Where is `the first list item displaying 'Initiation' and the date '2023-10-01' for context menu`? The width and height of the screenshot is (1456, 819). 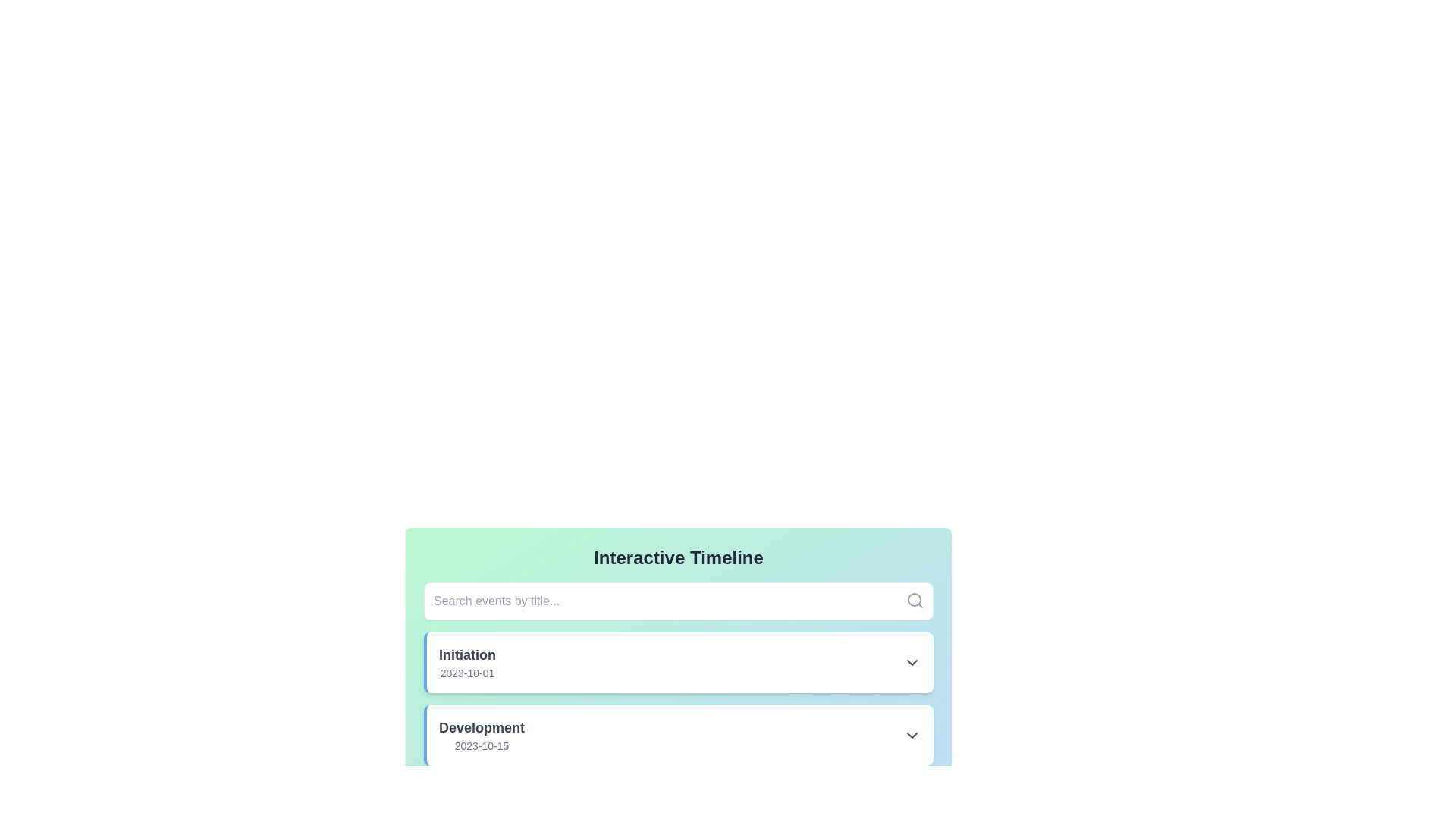 the first list item displaying 'Initiation' and the date '2023-10-01' for context menu is located at coordinates (677, 662).